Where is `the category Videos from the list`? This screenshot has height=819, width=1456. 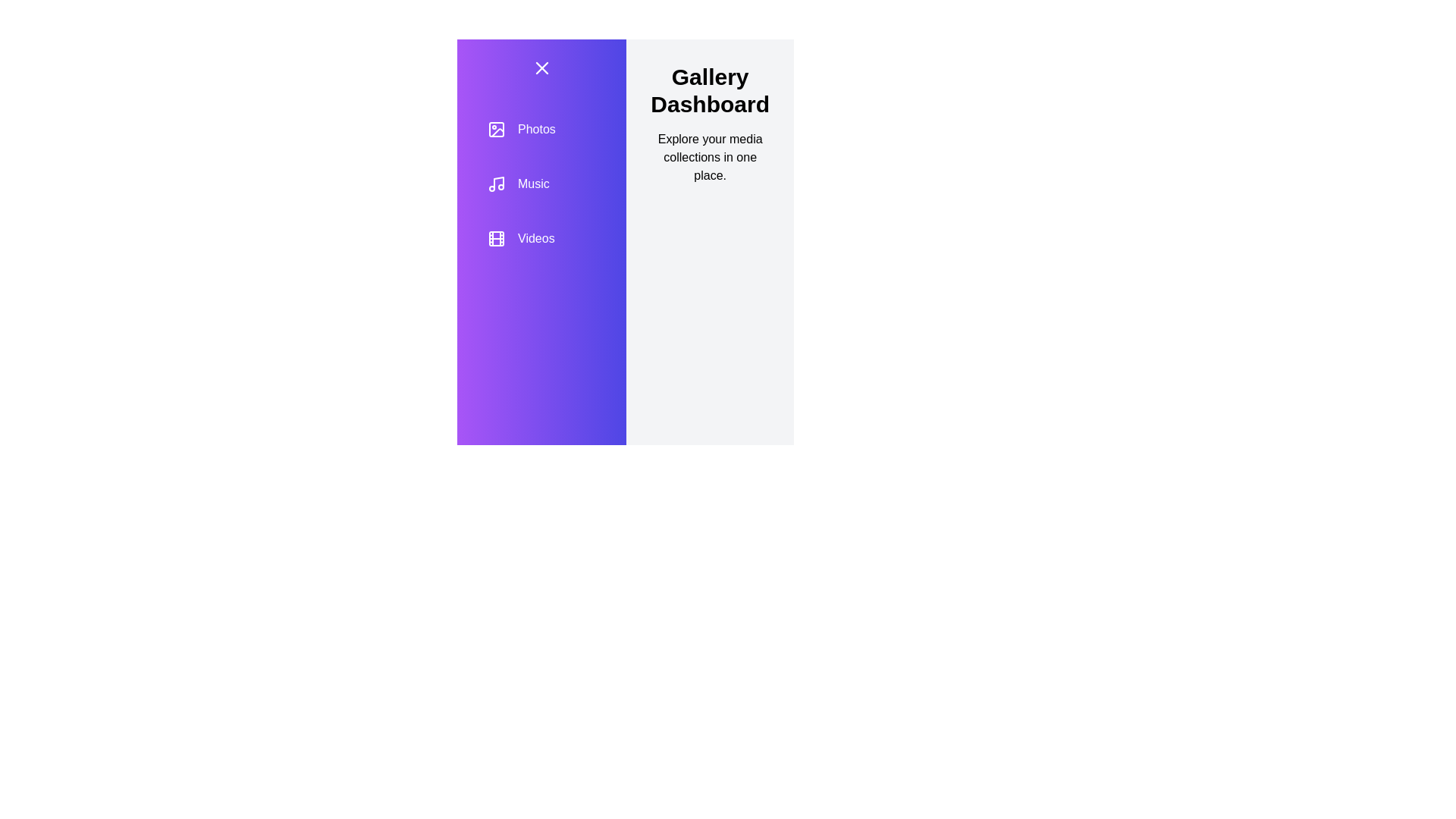
the category Videos from the list is located at coordinates (541, 239).